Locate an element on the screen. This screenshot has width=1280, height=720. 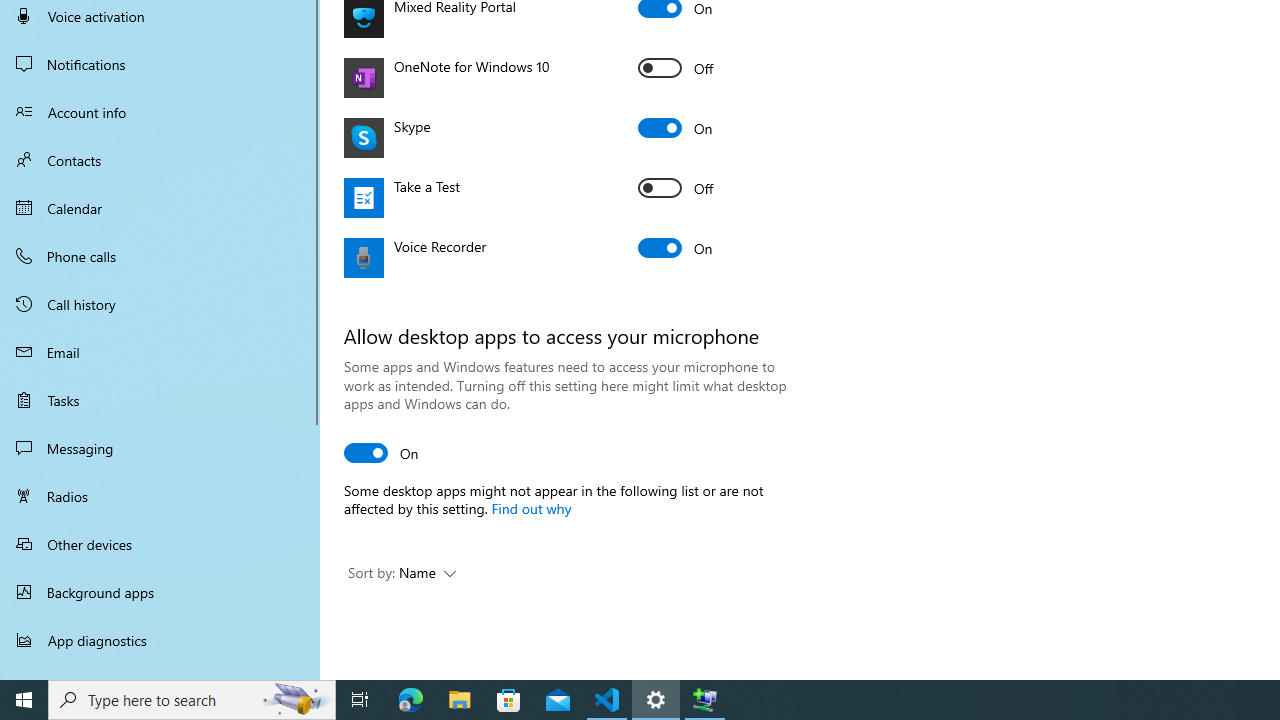
'Contacts' is located at coordinates (160, 159).